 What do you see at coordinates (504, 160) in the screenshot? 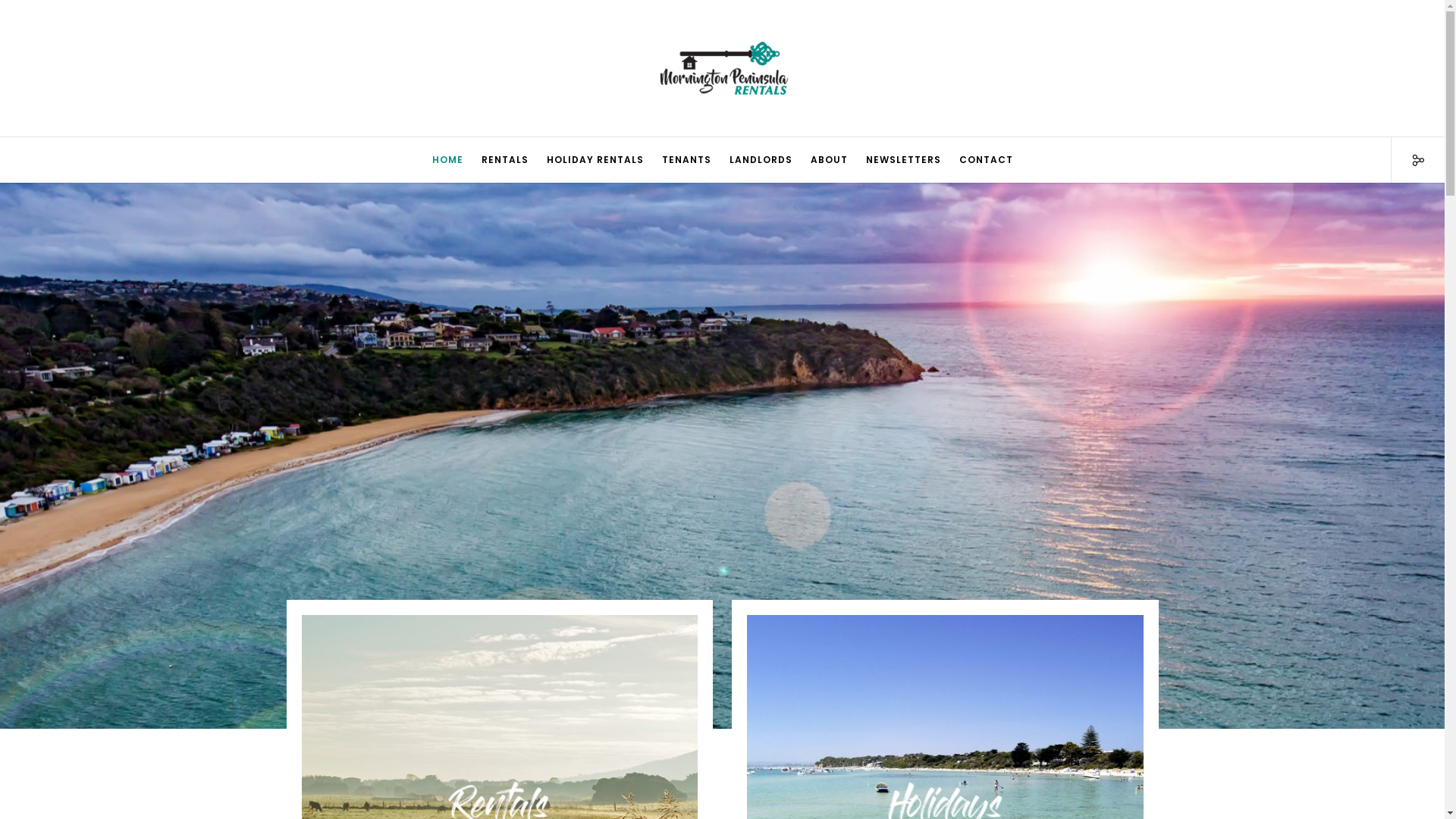
I see `'RENTALS'` at bounding box center [504, 160].